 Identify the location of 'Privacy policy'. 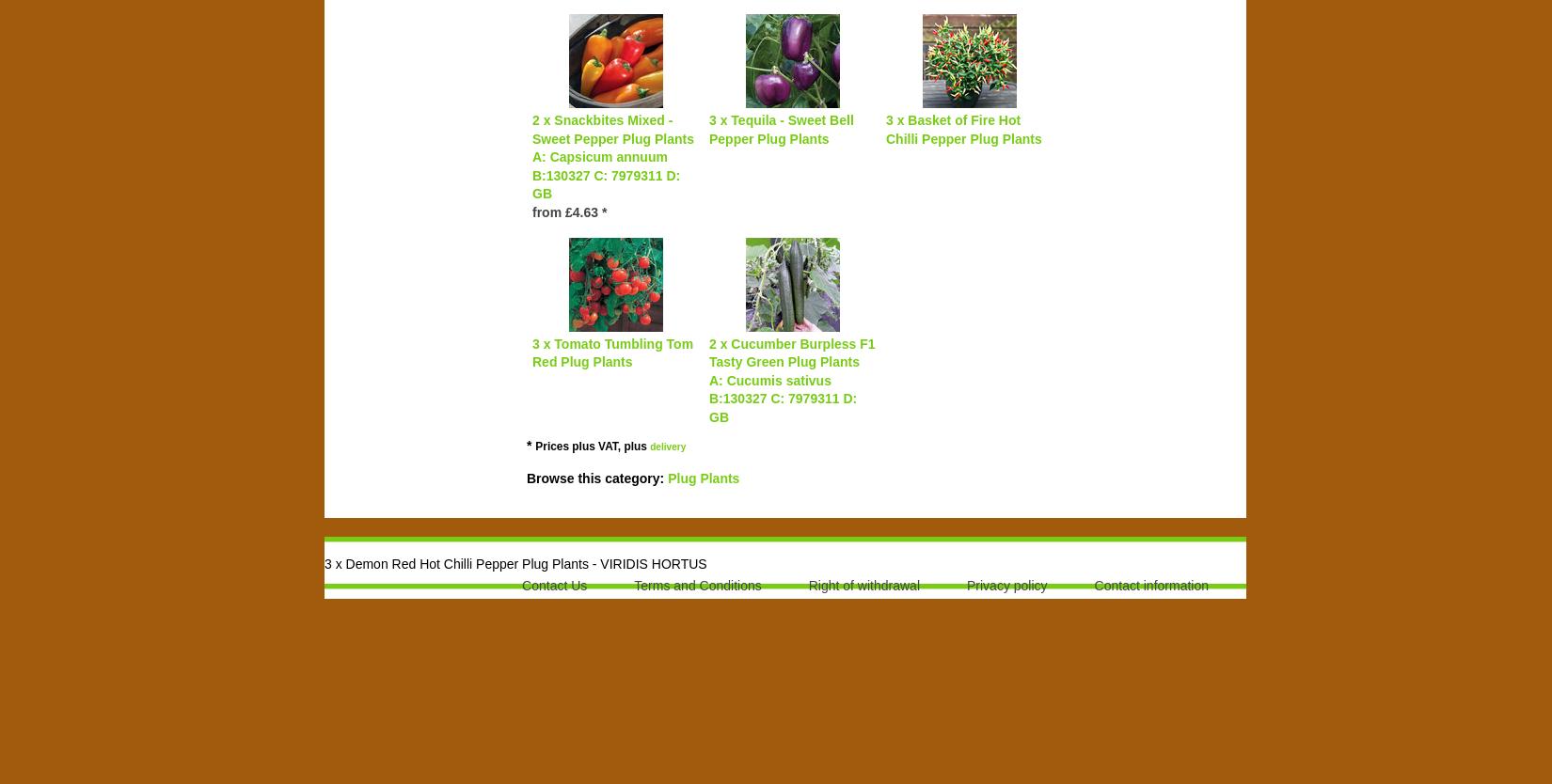
(1006, 585).